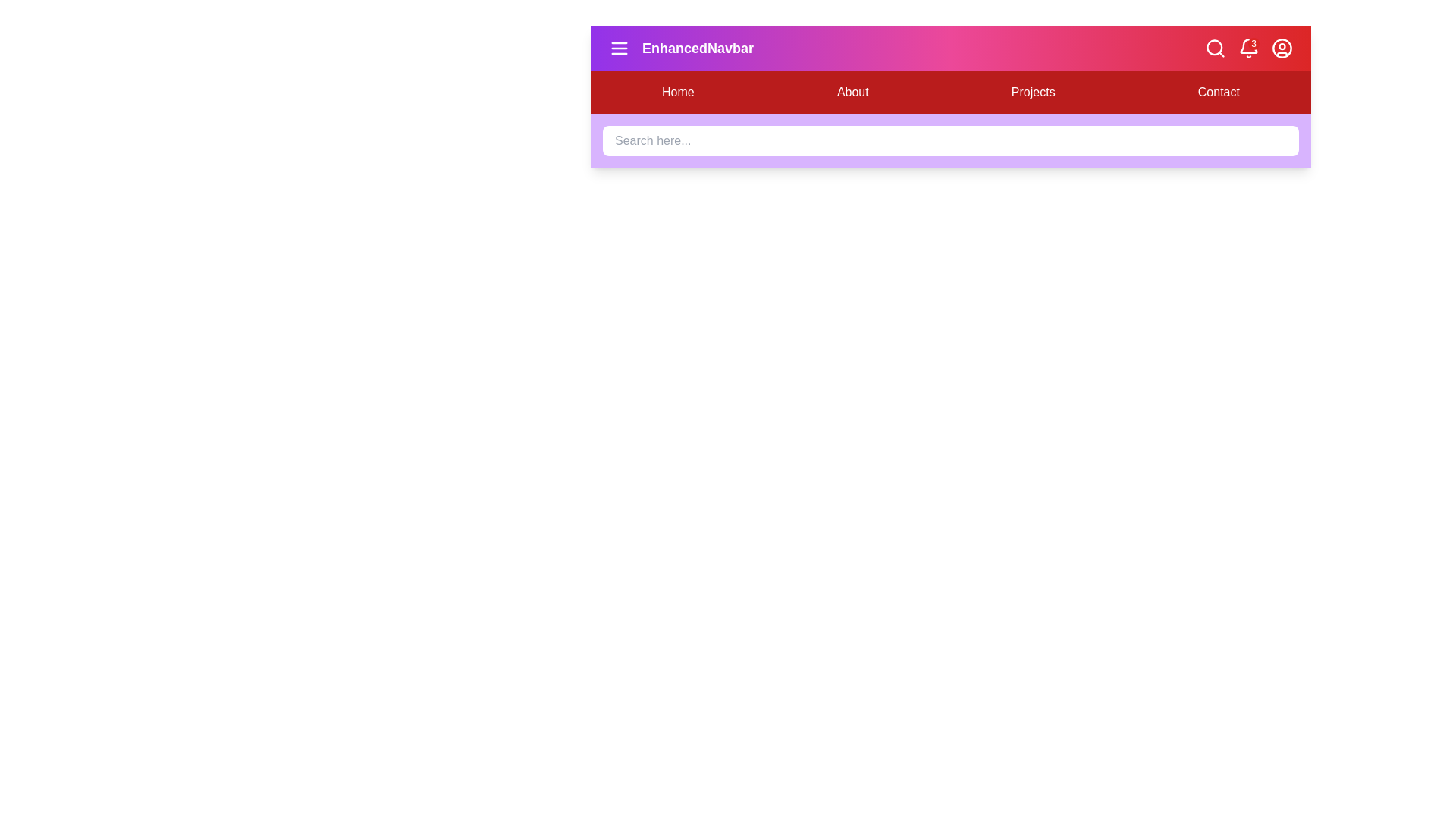 The width and height of the screenshot is (1456, 819). I want to click on the notification bell icon to view notifications, so click(1248, 48).